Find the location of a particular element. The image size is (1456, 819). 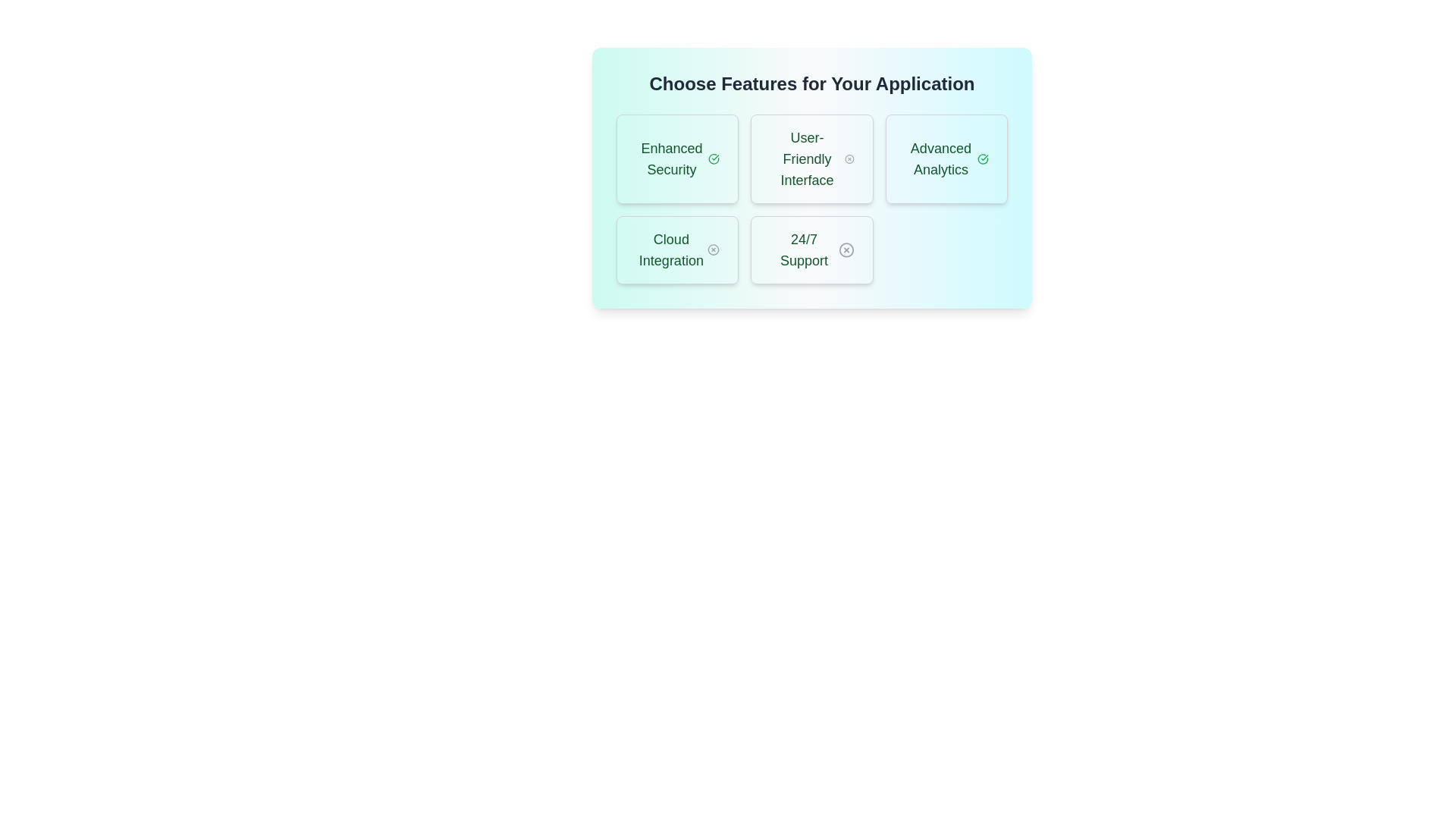

the feature Enhanced Security to trigger additional visual feedback is located at coordinates (676, 158).